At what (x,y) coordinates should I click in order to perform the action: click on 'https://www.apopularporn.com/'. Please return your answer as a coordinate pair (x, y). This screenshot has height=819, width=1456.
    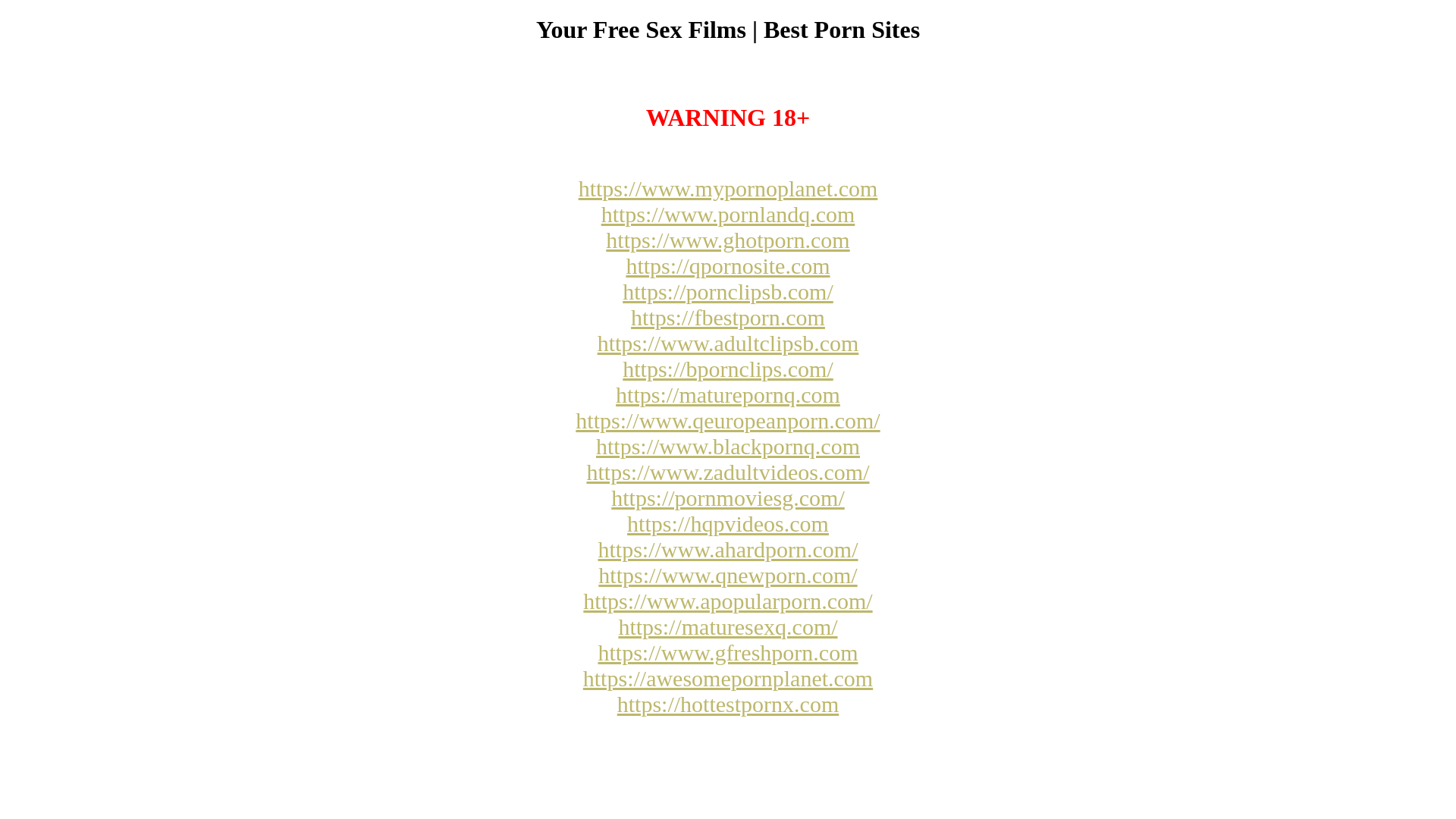
    Looking at the image, I should click on (726, 600).